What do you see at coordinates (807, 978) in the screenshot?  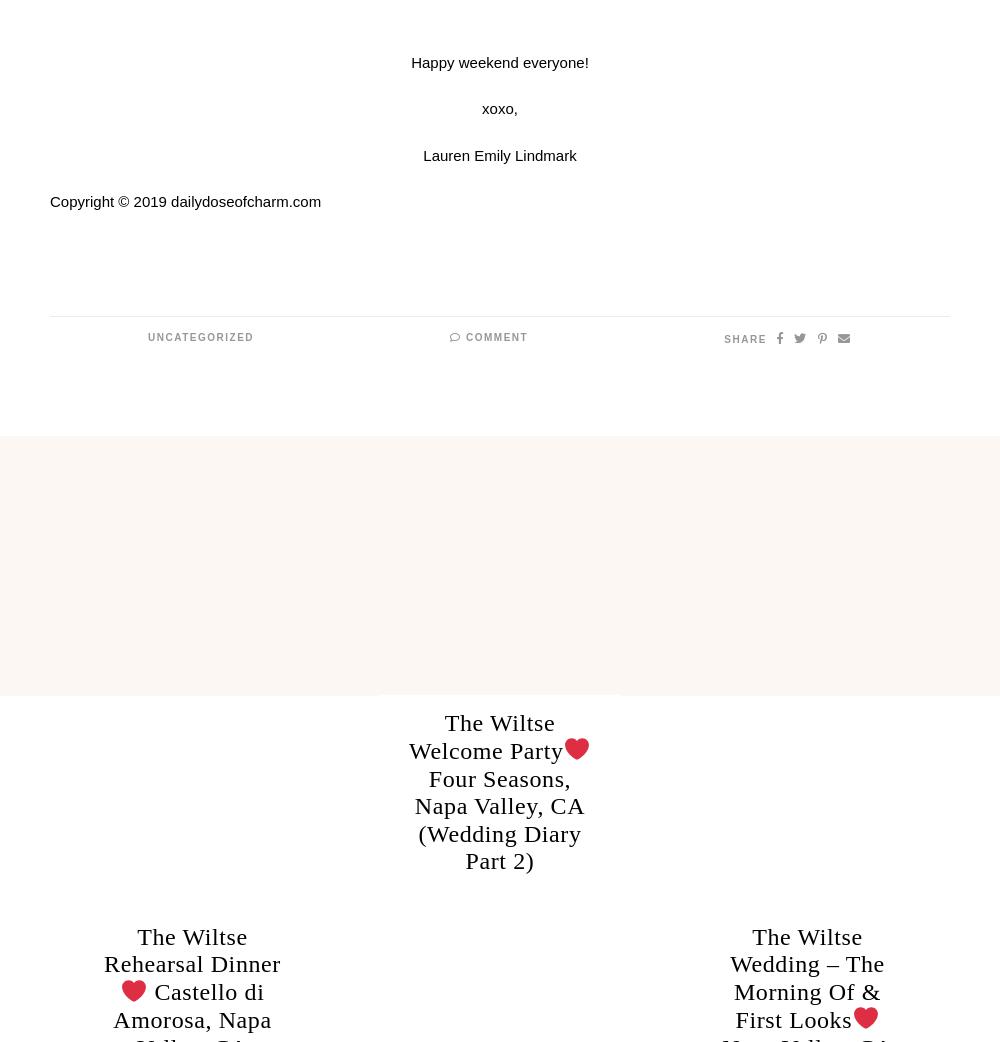 I see `'The Wiltse Wedding – The Morning Of & First Looks'` at bounding box center [807, 978].